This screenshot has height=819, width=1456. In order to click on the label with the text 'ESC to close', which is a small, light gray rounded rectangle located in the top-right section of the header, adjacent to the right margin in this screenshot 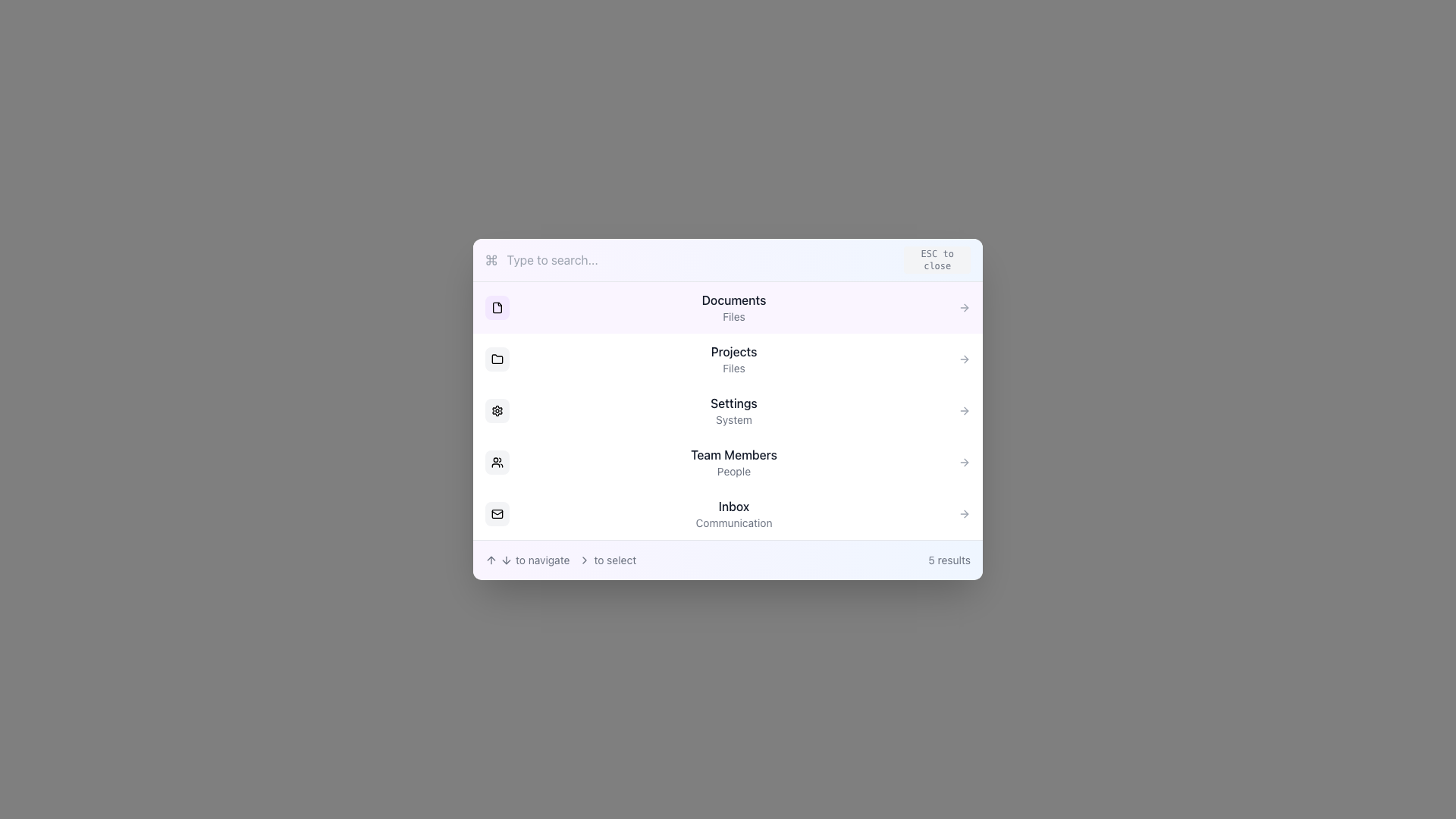, I will do `click(937, 259)`.